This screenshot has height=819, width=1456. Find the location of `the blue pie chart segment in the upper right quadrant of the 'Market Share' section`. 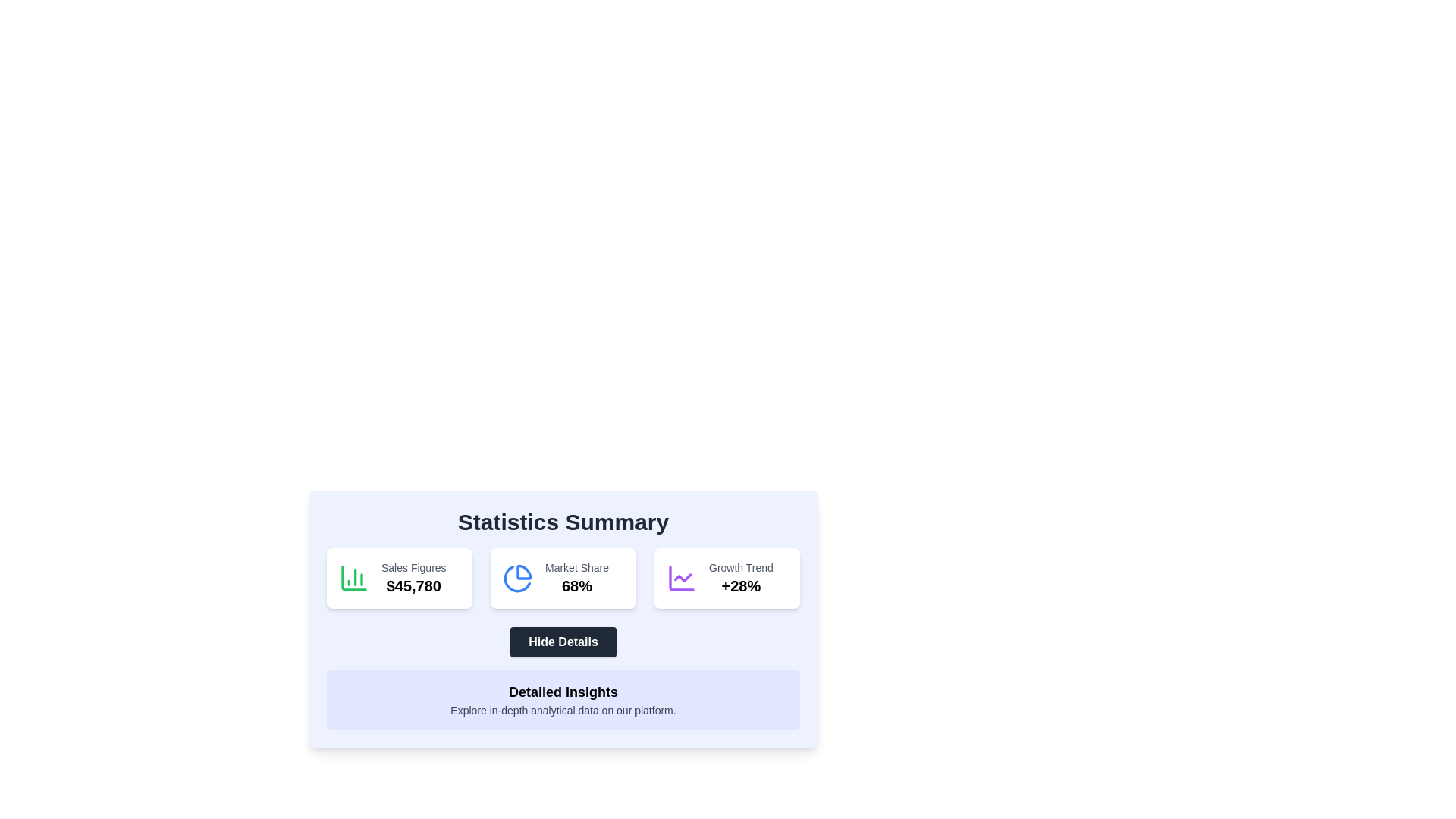

the blue pie chart segment in the upper right quadrant of the 'Market Share' section is located at coordinates (524, 572).